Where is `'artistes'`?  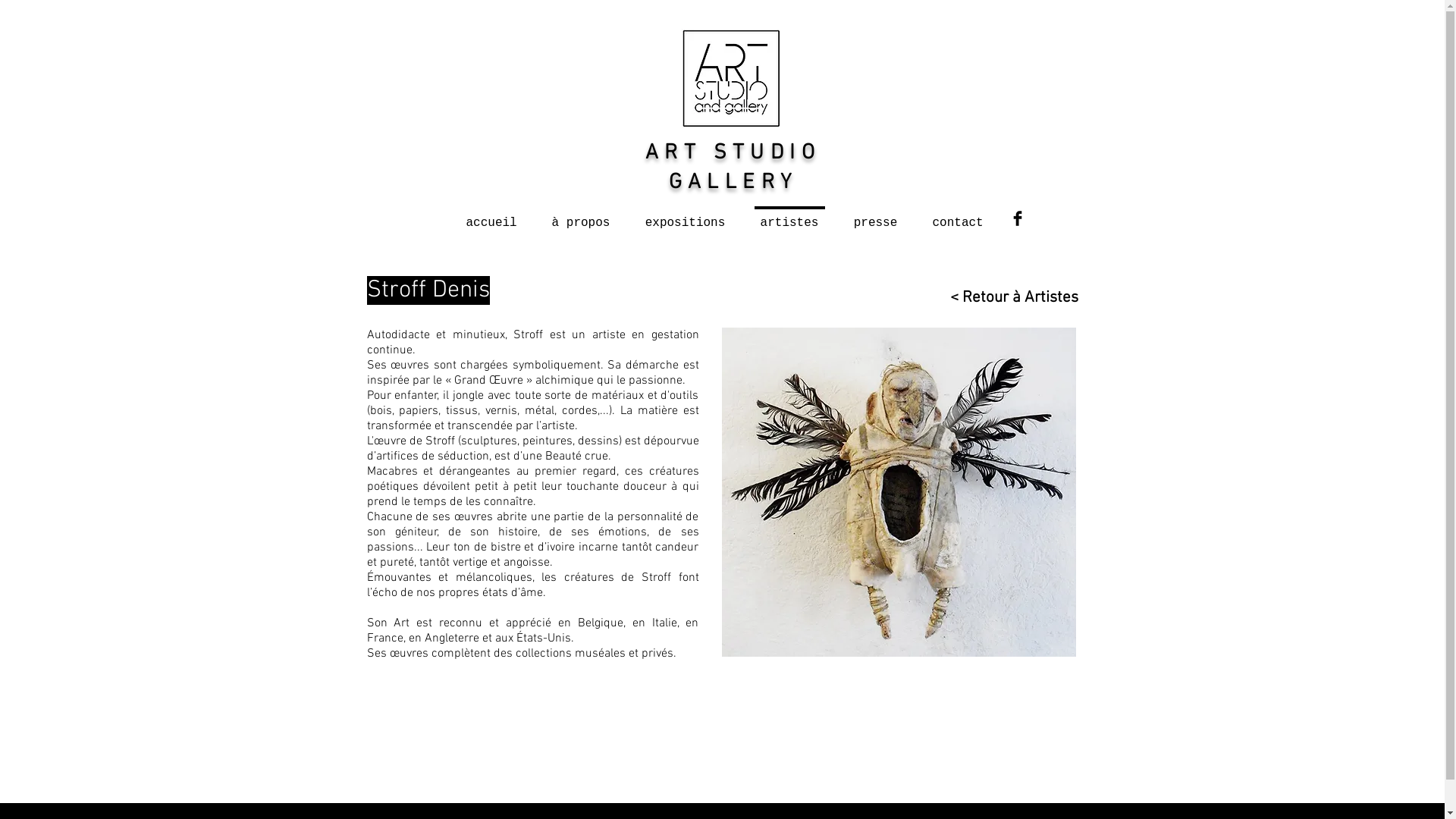
'artistes' is located at coordinates (742, 216).